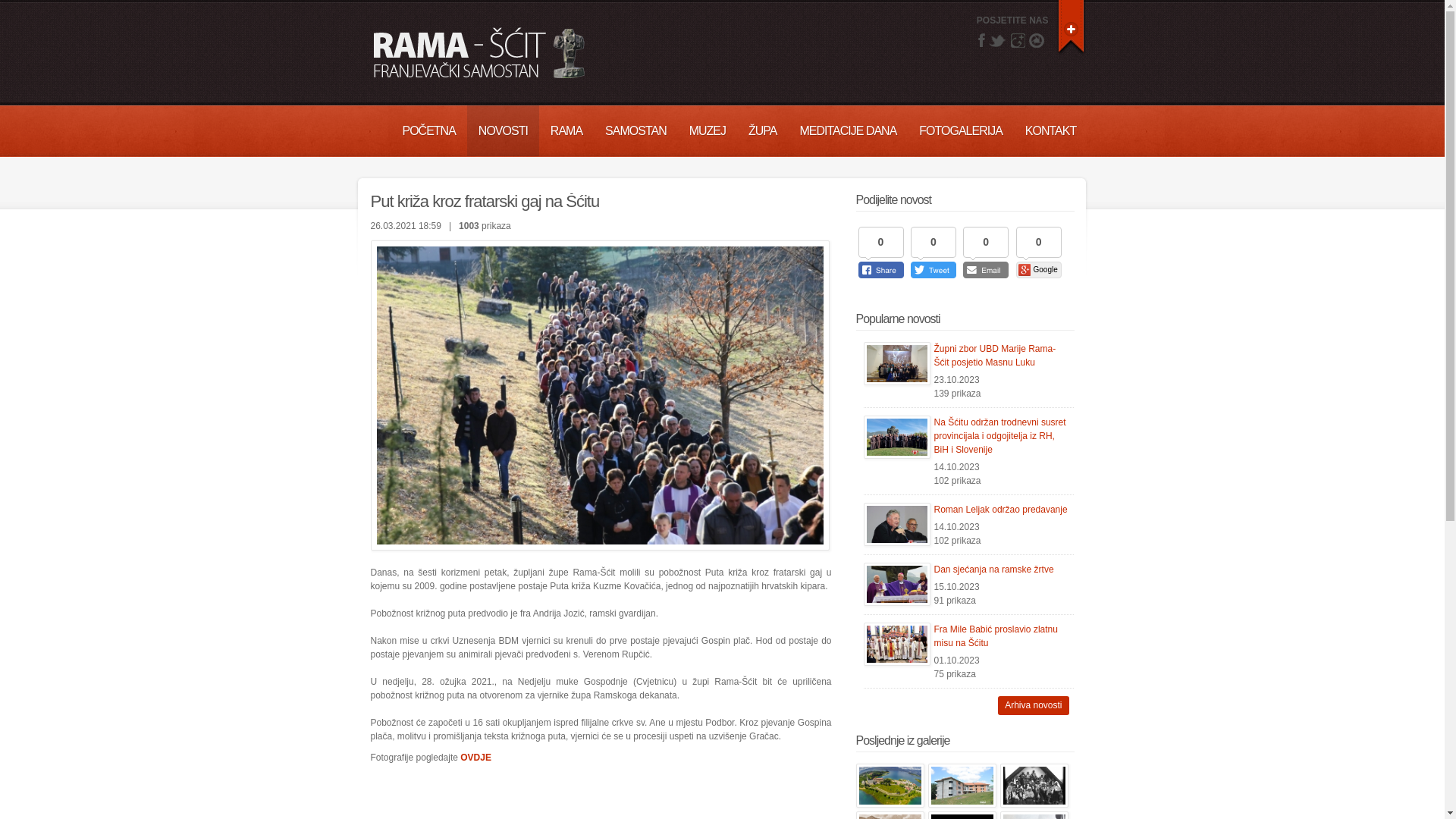 The width and height of the screenshot is (1456, 819). I want to click on 'SAMOSTAN', so click(635, 130).